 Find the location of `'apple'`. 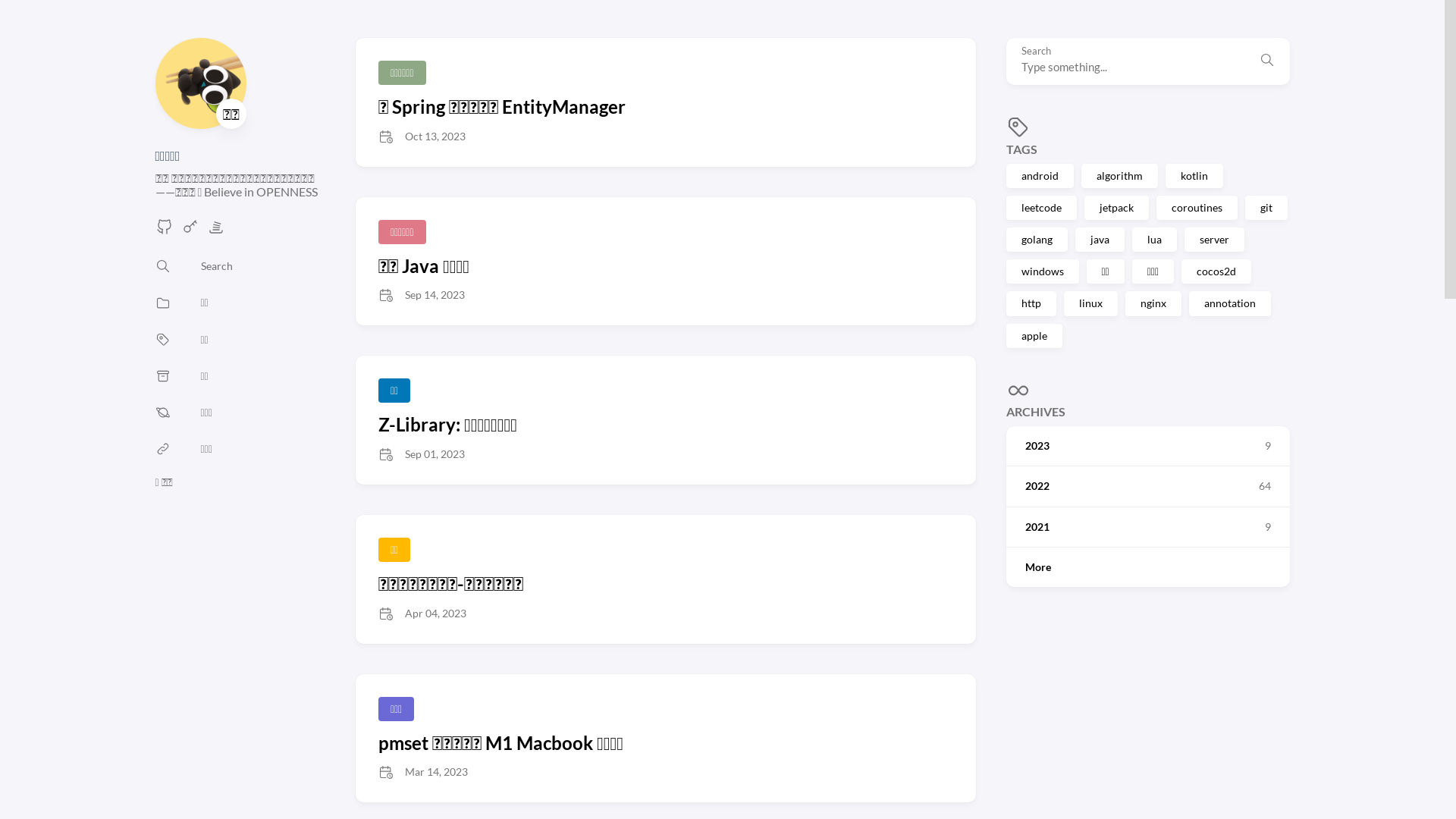

'apple' is located at coordinates (1005, 334).